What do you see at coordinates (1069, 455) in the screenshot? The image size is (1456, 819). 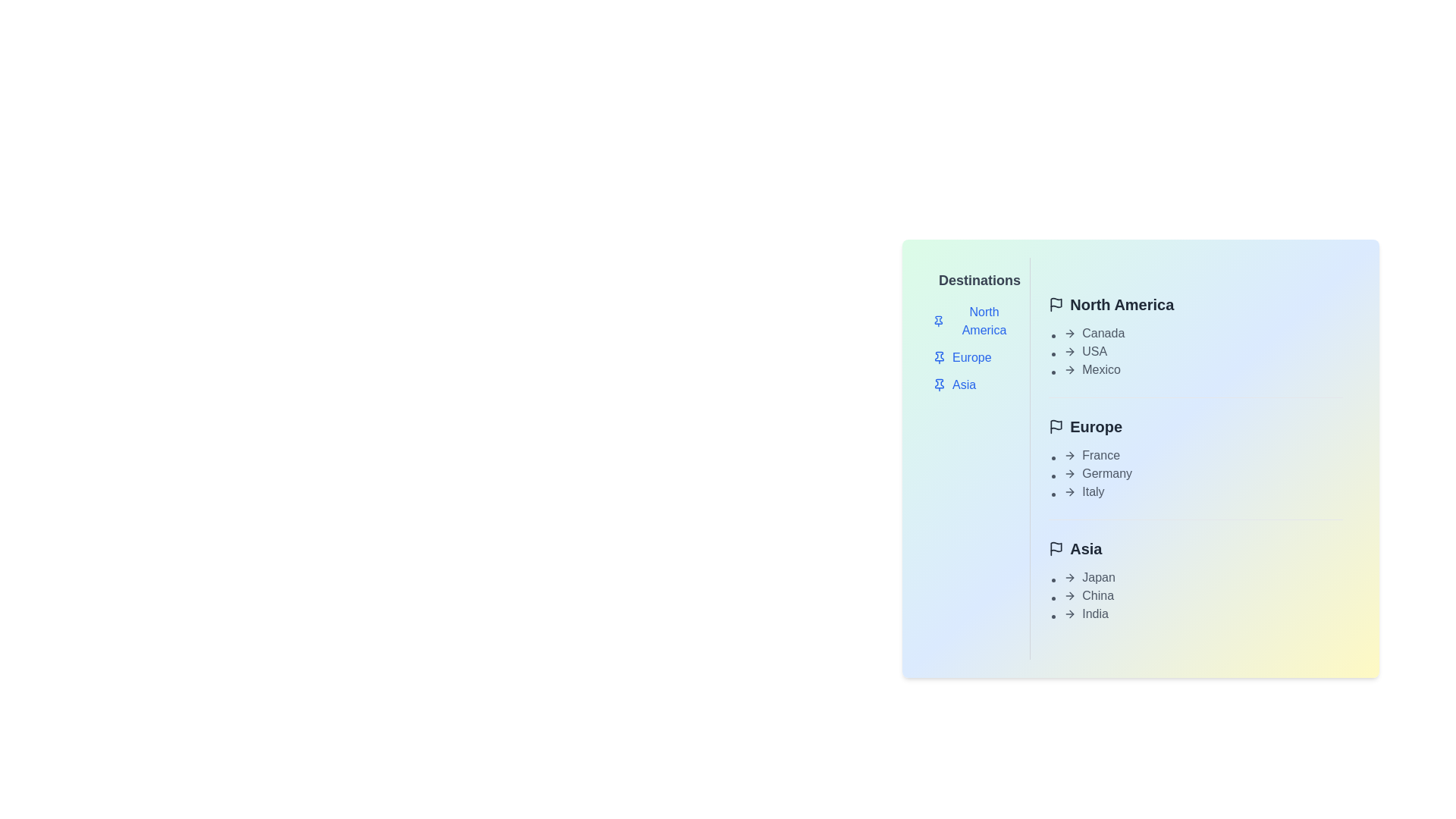 I see `the arrow icon located to the left of the 'France' text in the Europe section of the menu, indicating interactivity` at bounding box center [1069, 455].